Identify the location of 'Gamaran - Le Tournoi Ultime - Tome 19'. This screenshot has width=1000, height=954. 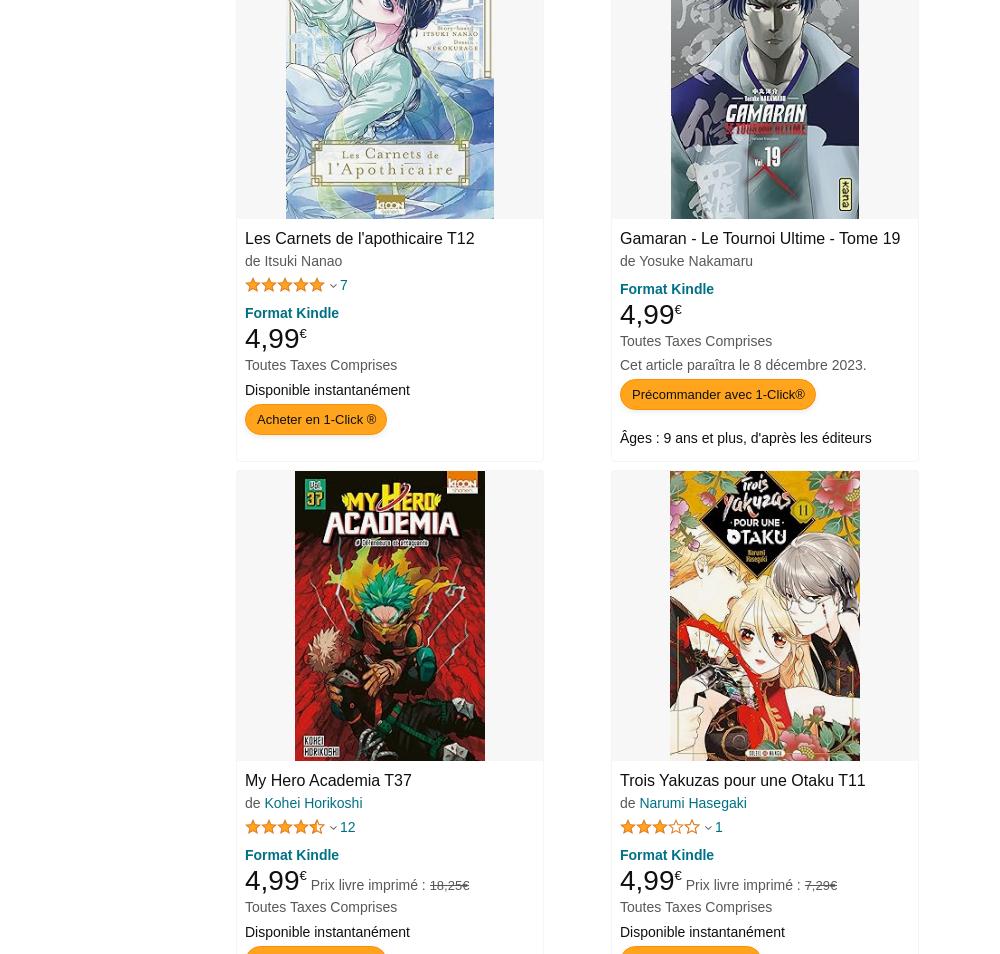
(760, 236).